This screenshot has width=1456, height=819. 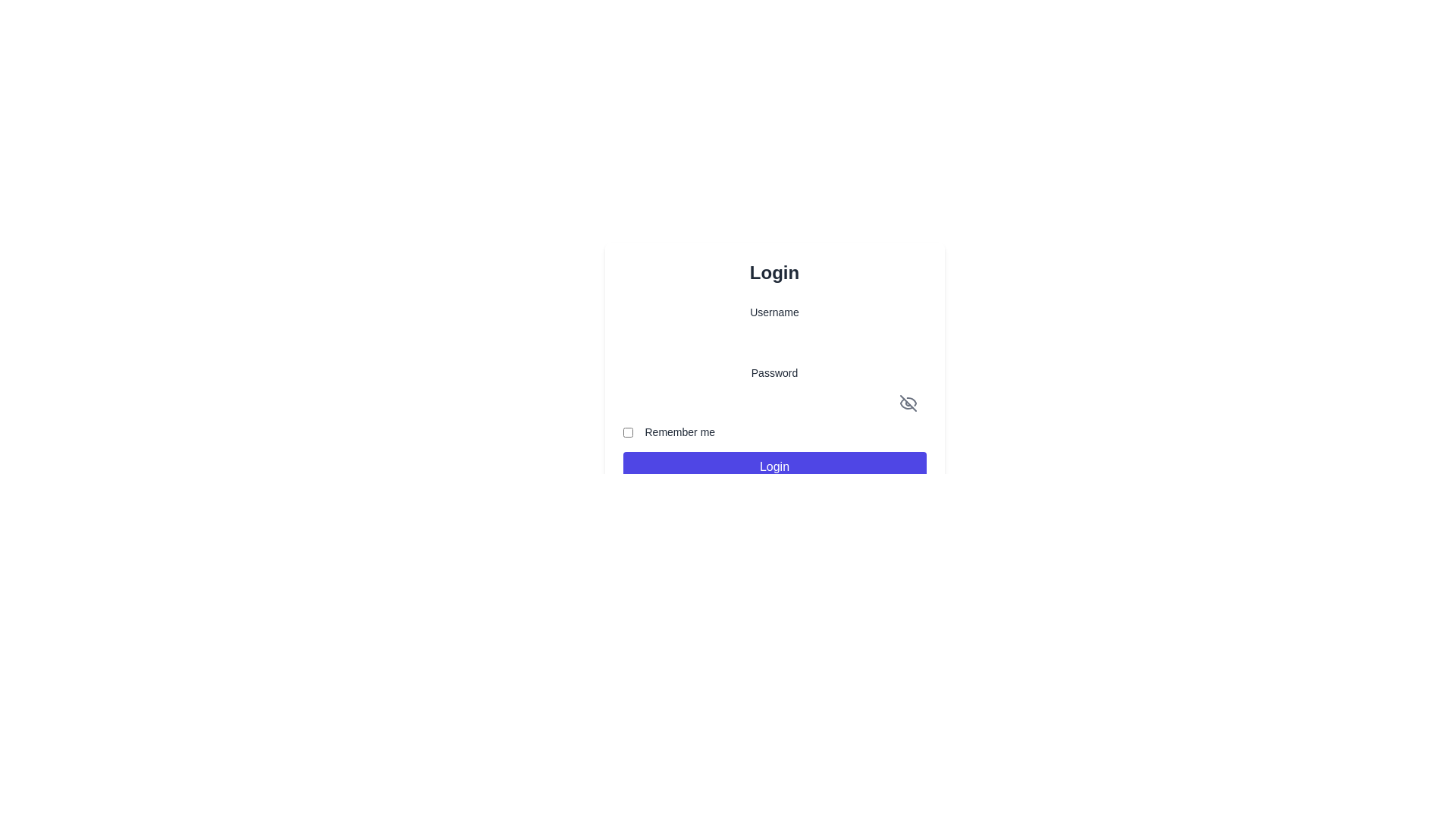 I want to click on the 'eye off' icon button located at the bottom-right corner of the password field, so click(x=908, y=403).